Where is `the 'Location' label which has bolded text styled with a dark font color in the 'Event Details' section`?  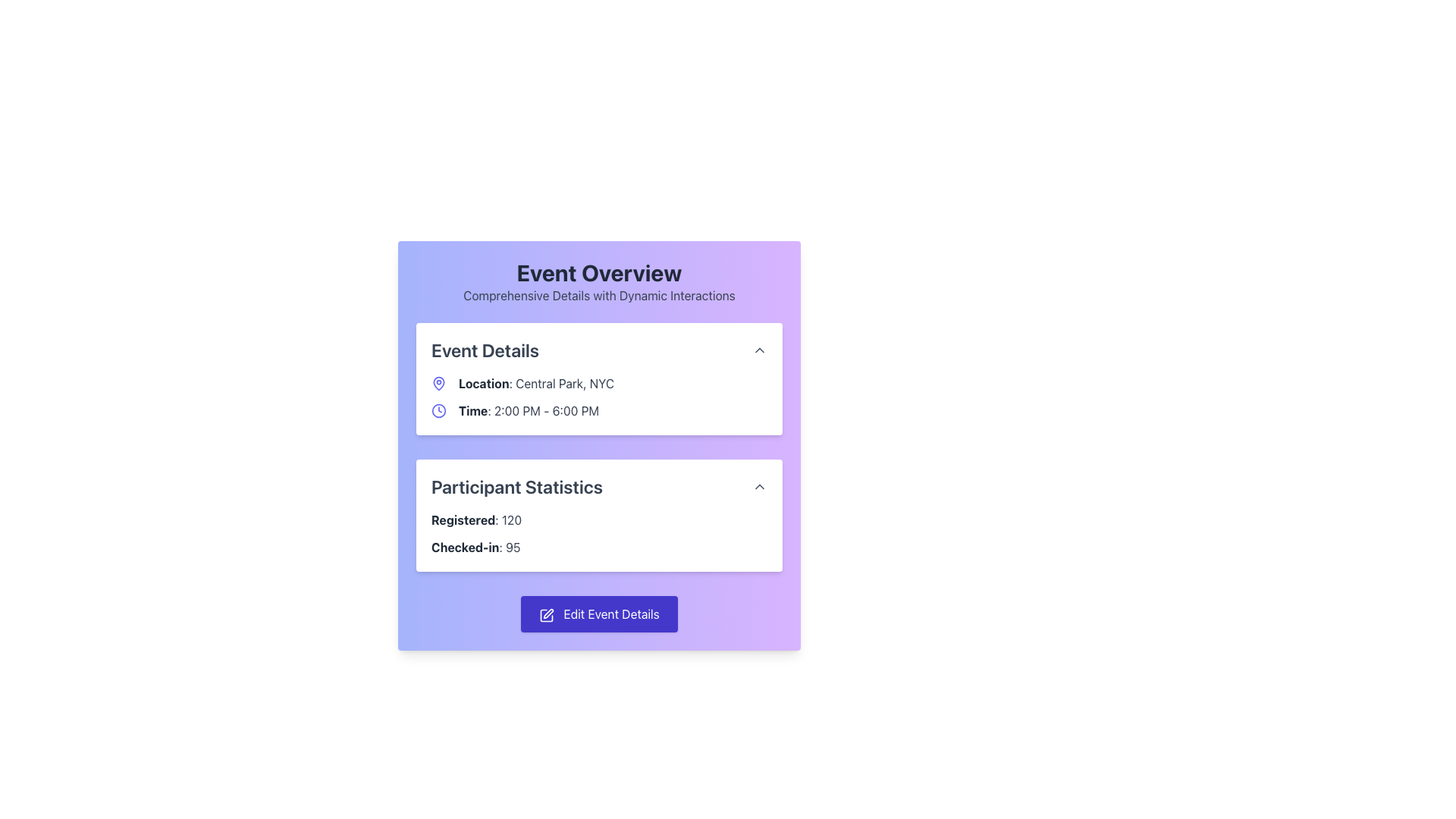
the 'Location' label which has bolded text styled with a dark font color in the 'Event Details' section is located at coordinates (483, 382).